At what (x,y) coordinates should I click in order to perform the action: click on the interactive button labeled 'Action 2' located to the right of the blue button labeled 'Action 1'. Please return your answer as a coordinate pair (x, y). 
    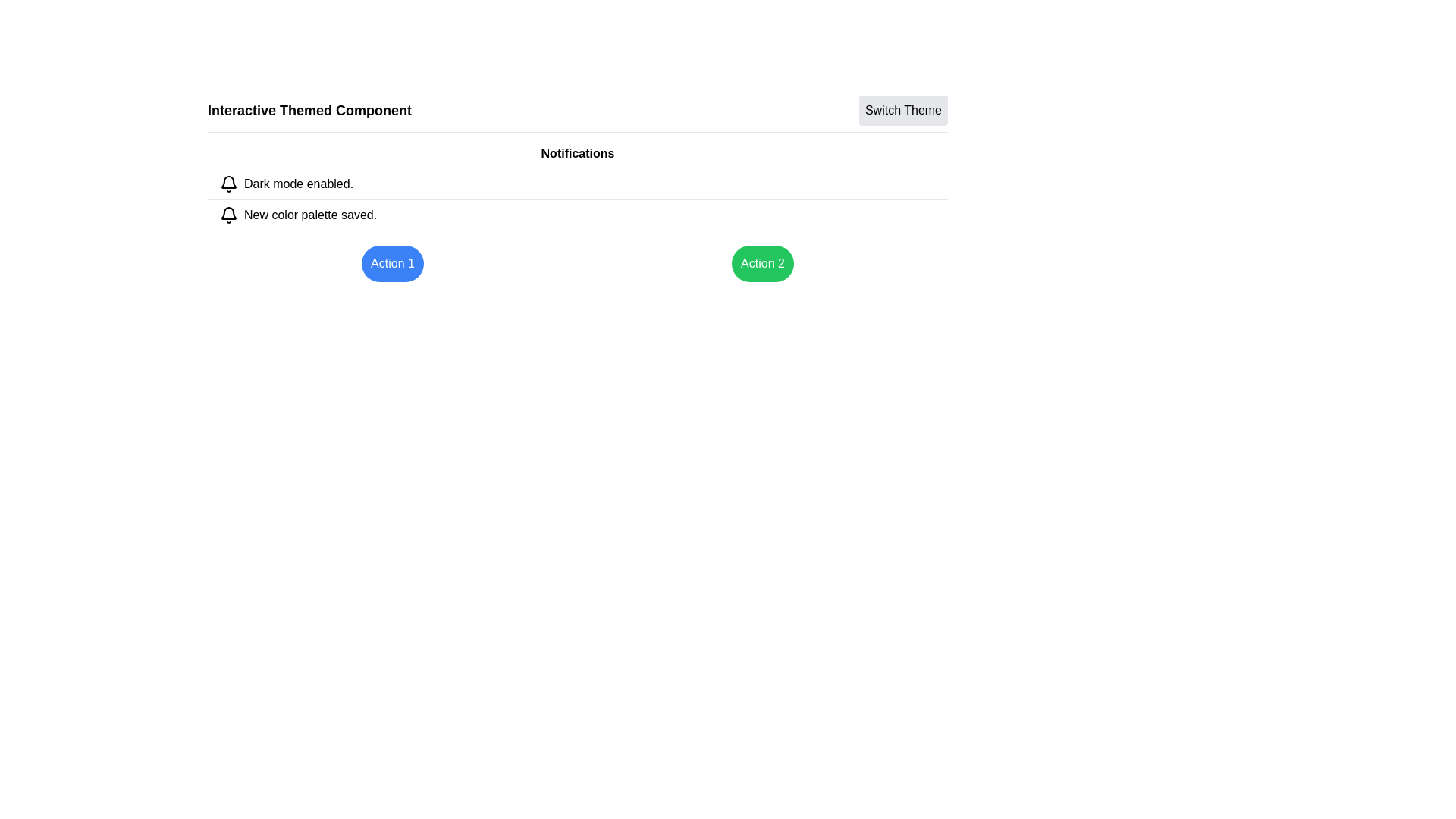
    Looking at the image, I should click on (763, 262).